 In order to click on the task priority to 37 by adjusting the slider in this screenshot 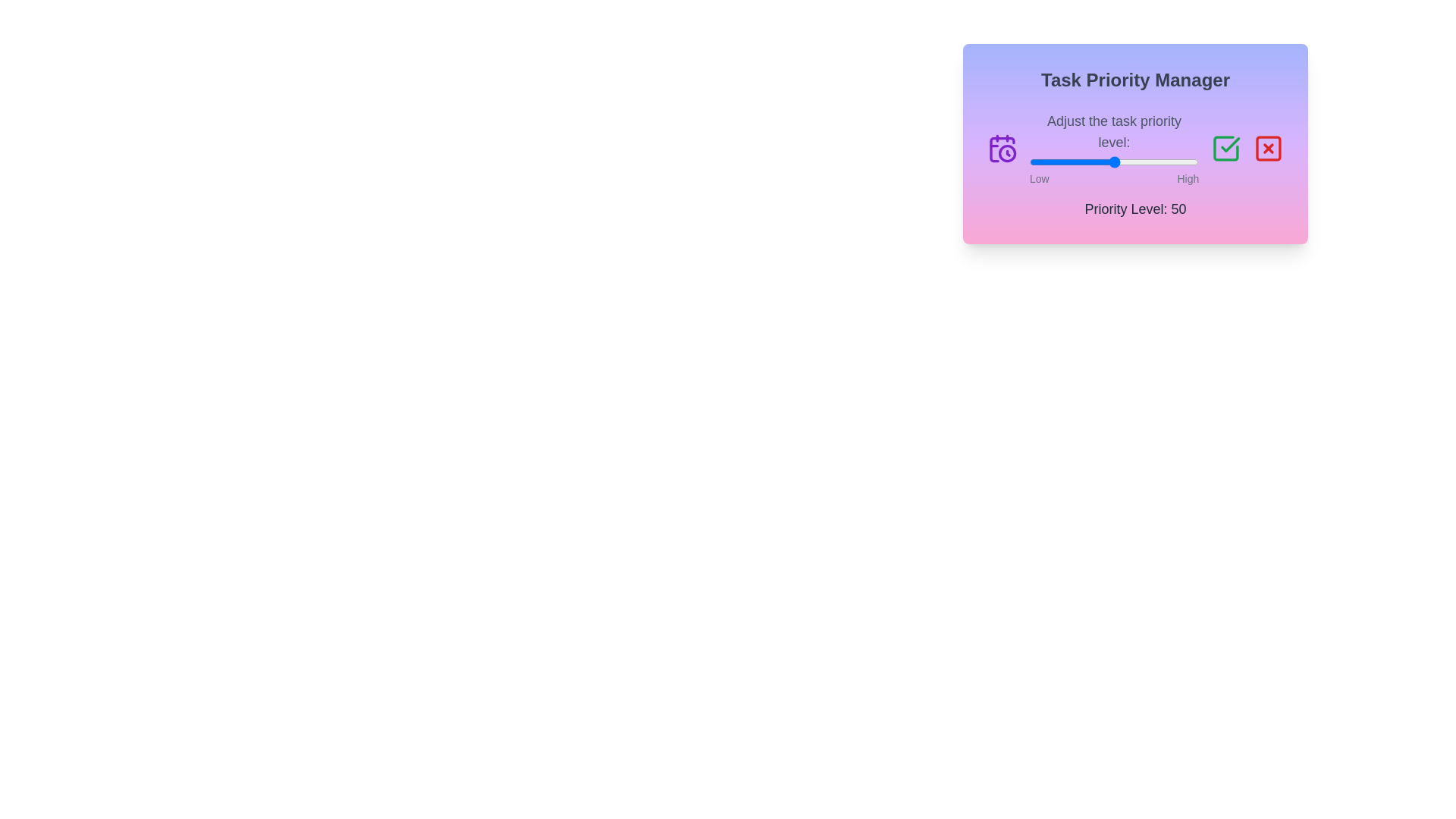, I will do `click(1092, 162)`.